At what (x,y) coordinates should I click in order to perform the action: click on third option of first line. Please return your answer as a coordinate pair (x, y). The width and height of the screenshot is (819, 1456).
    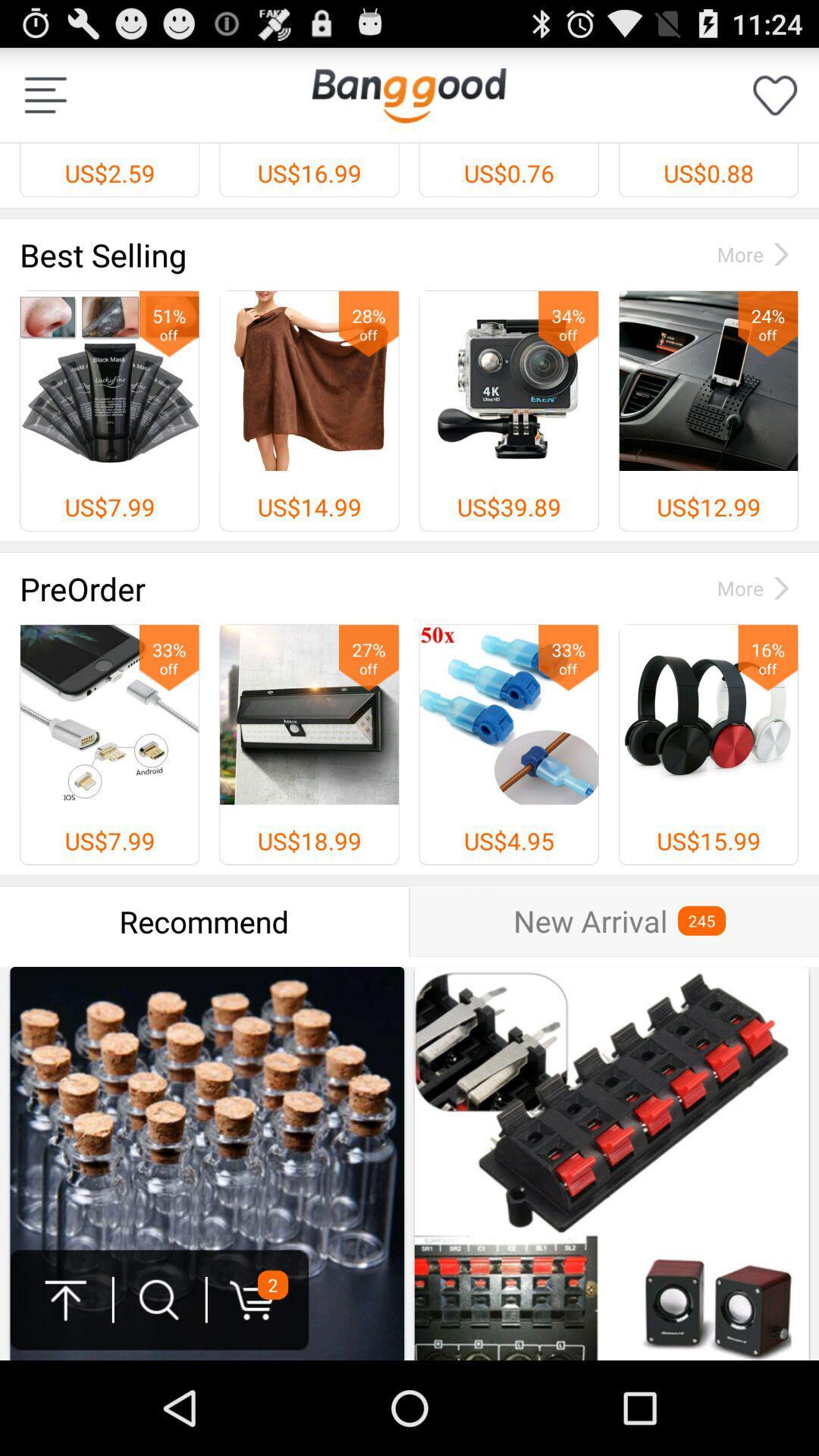
    Looking at the image, I should click on (509, 411).